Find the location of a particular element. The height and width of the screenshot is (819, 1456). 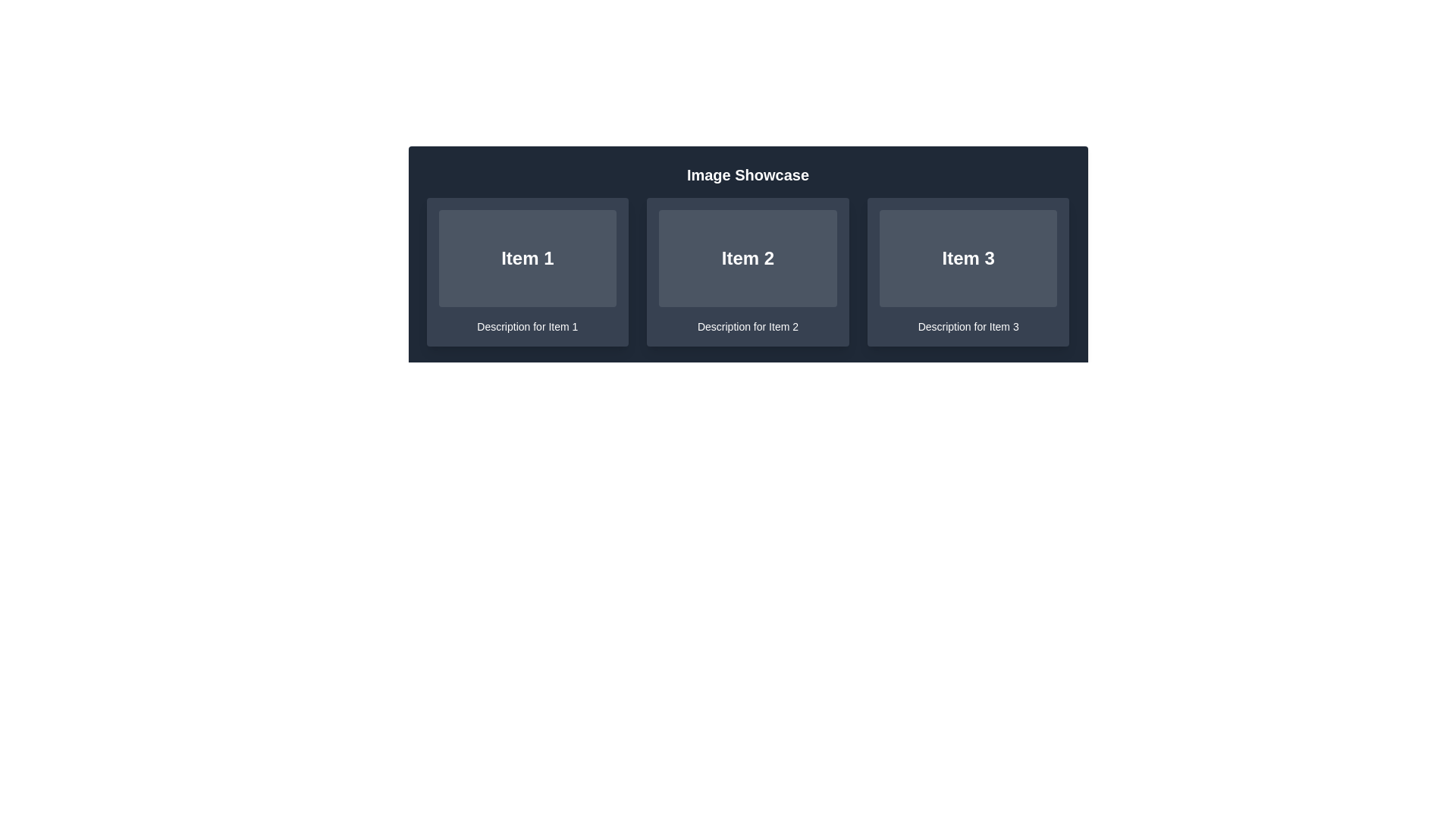

the Static Display Box that contains the bold white text 'Item 2' on a dark gray background, which is centrally positioned among three similar elements is located at coordinates (748, 257).